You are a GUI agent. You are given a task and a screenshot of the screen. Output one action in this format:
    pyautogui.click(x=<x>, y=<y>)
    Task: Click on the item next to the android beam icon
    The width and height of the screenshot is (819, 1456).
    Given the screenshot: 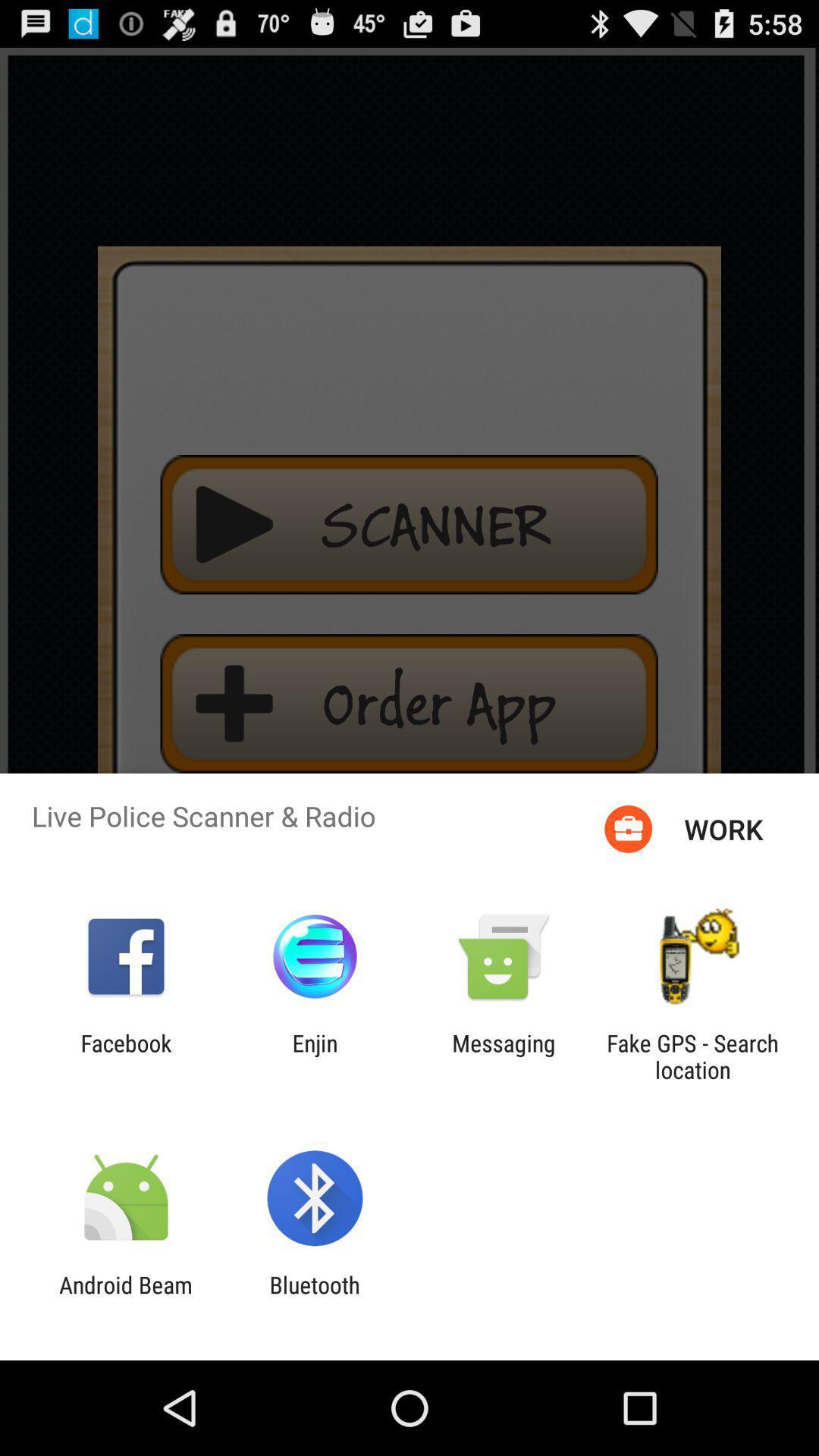 What is the action you would take?
    pyautogui.click(x=314, y=1298)
    